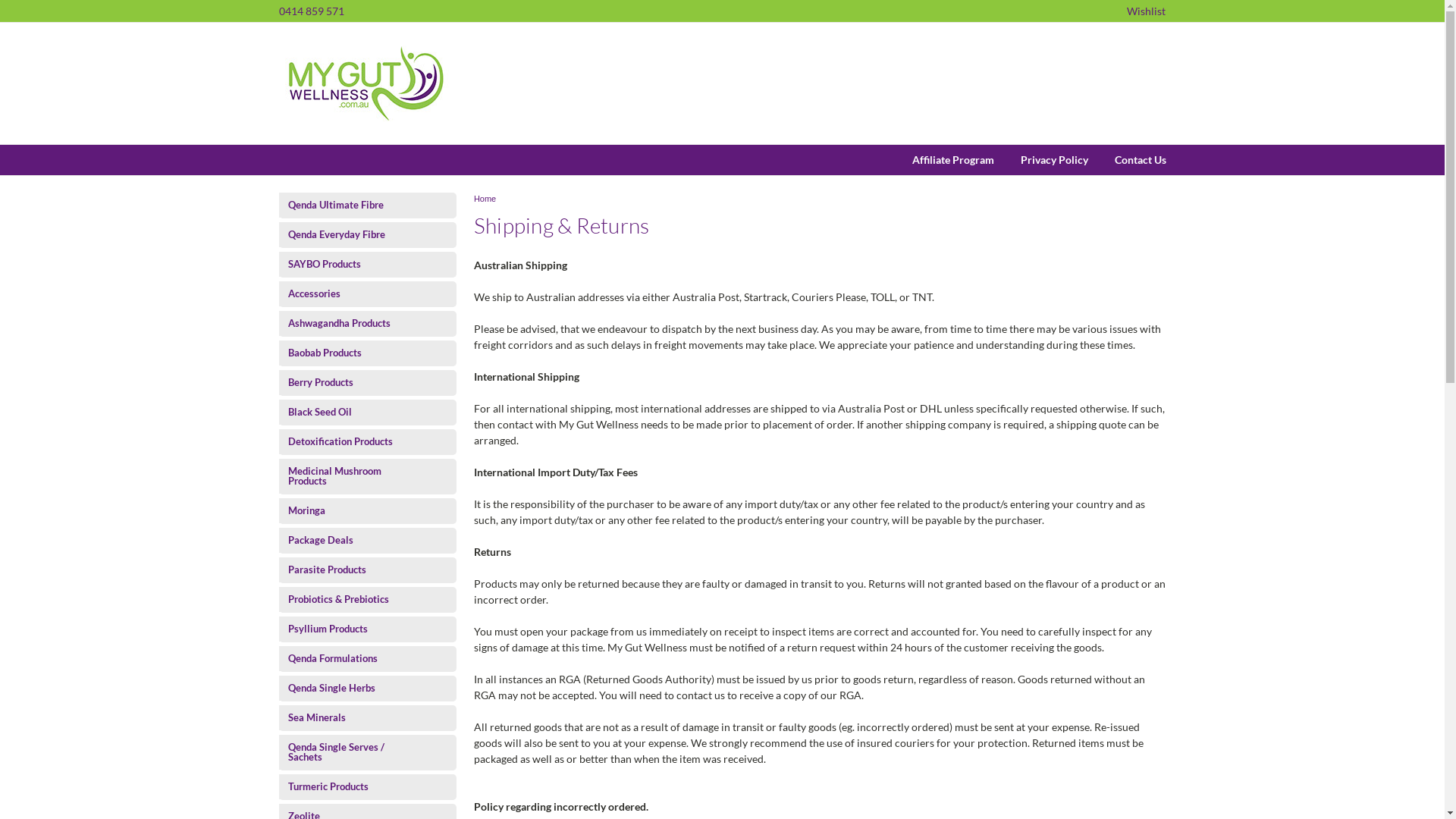  Describe the element at coordinates (353, 441) in the screenshot. I see `'Detoxification Products'` at that location.